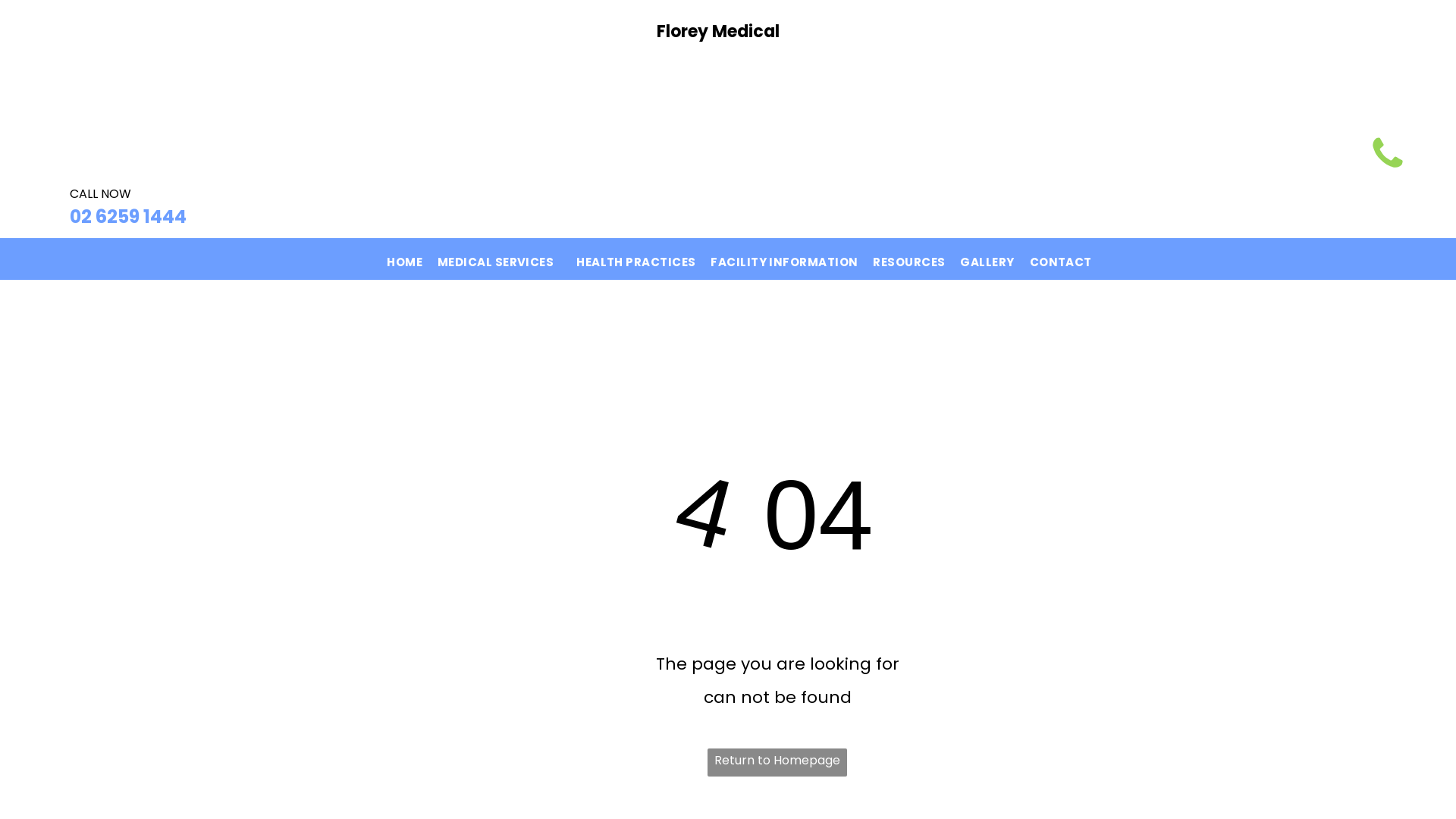 This screenshot has width=1456, height=819. I want to click on 'HEALTH PRACTICES', so click(635, 258).